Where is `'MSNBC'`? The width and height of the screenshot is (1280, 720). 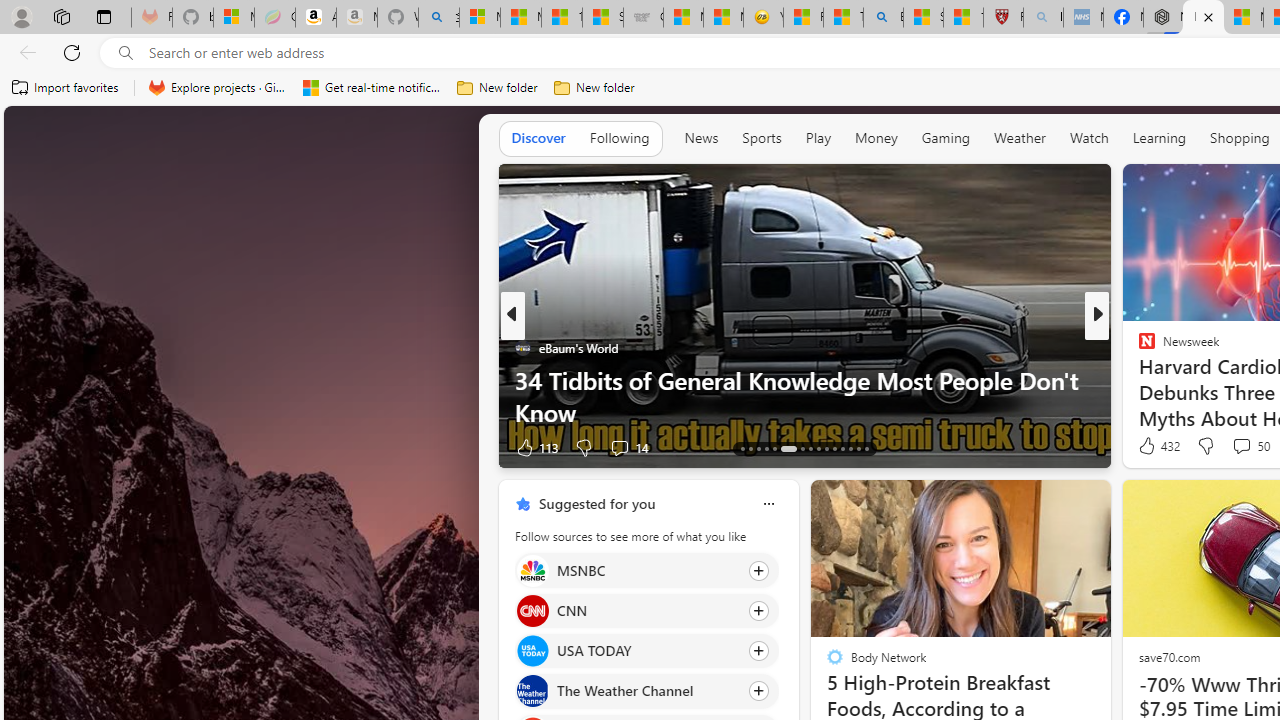 'MSNBC' is located at coordinates (532, 570).